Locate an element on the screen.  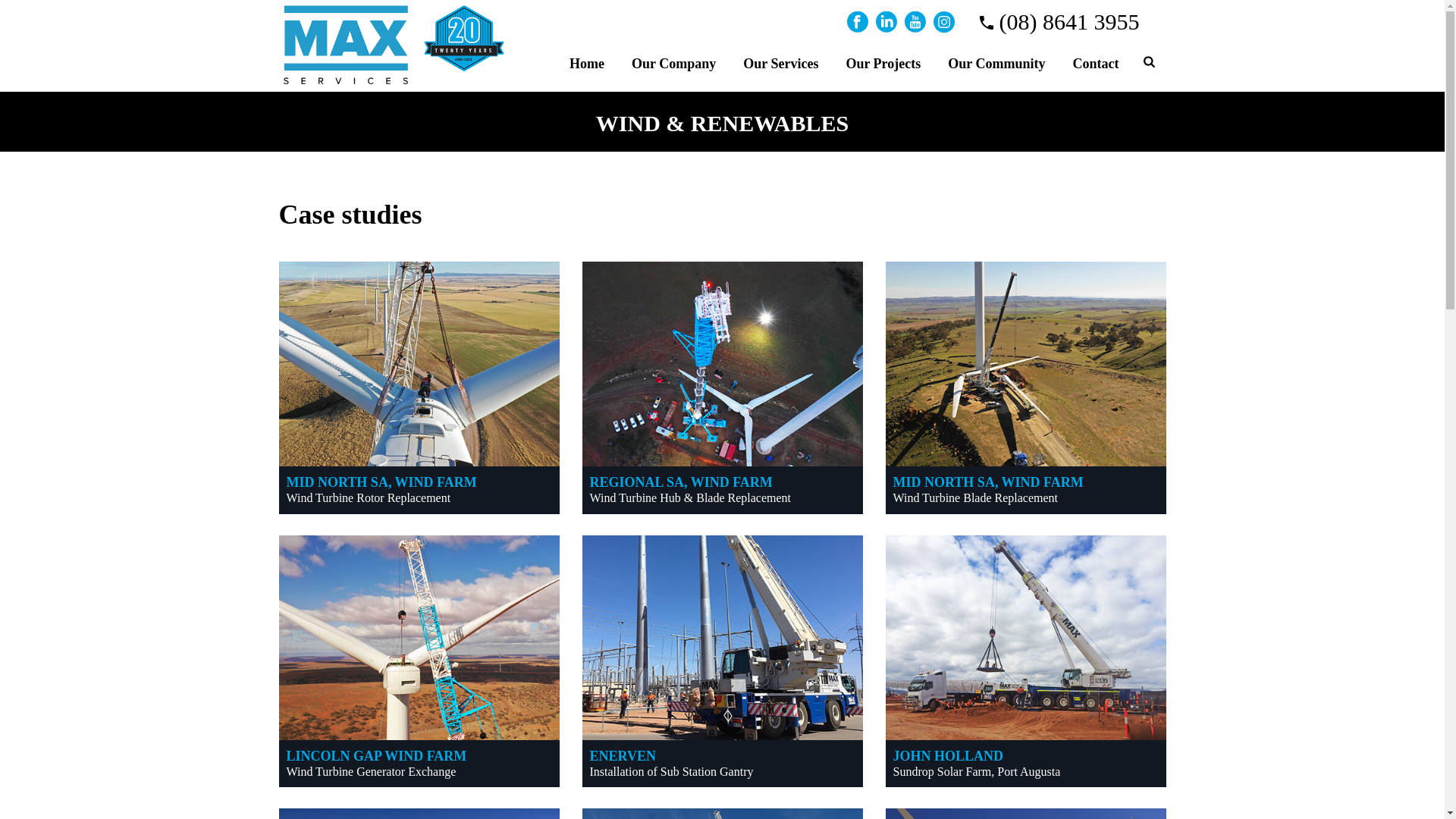
'Home' is located at coordinates (585, 61).